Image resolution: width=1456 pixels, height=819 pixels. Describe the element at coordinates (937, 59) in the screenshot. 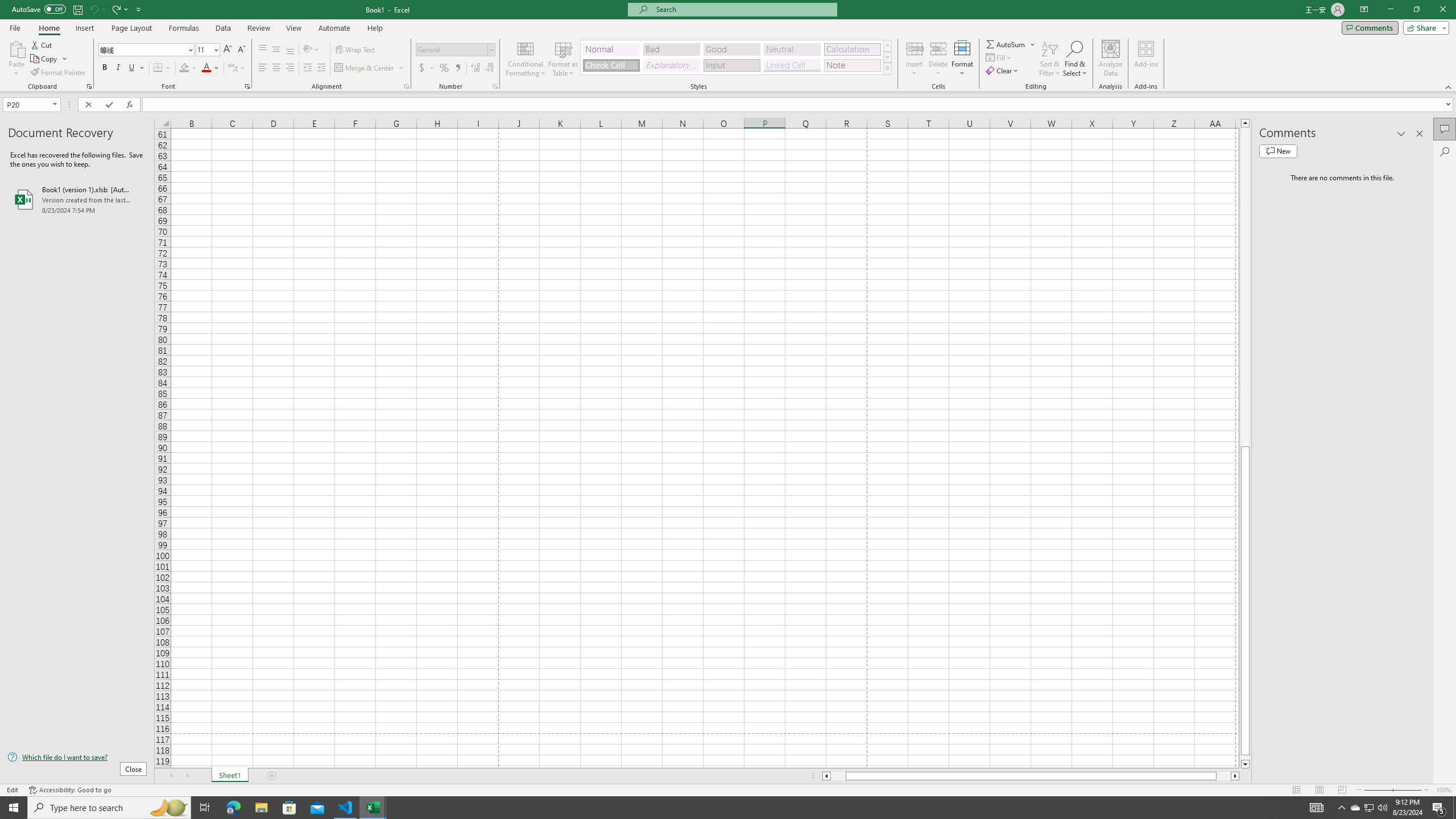

I see `'Delete'` at that location.